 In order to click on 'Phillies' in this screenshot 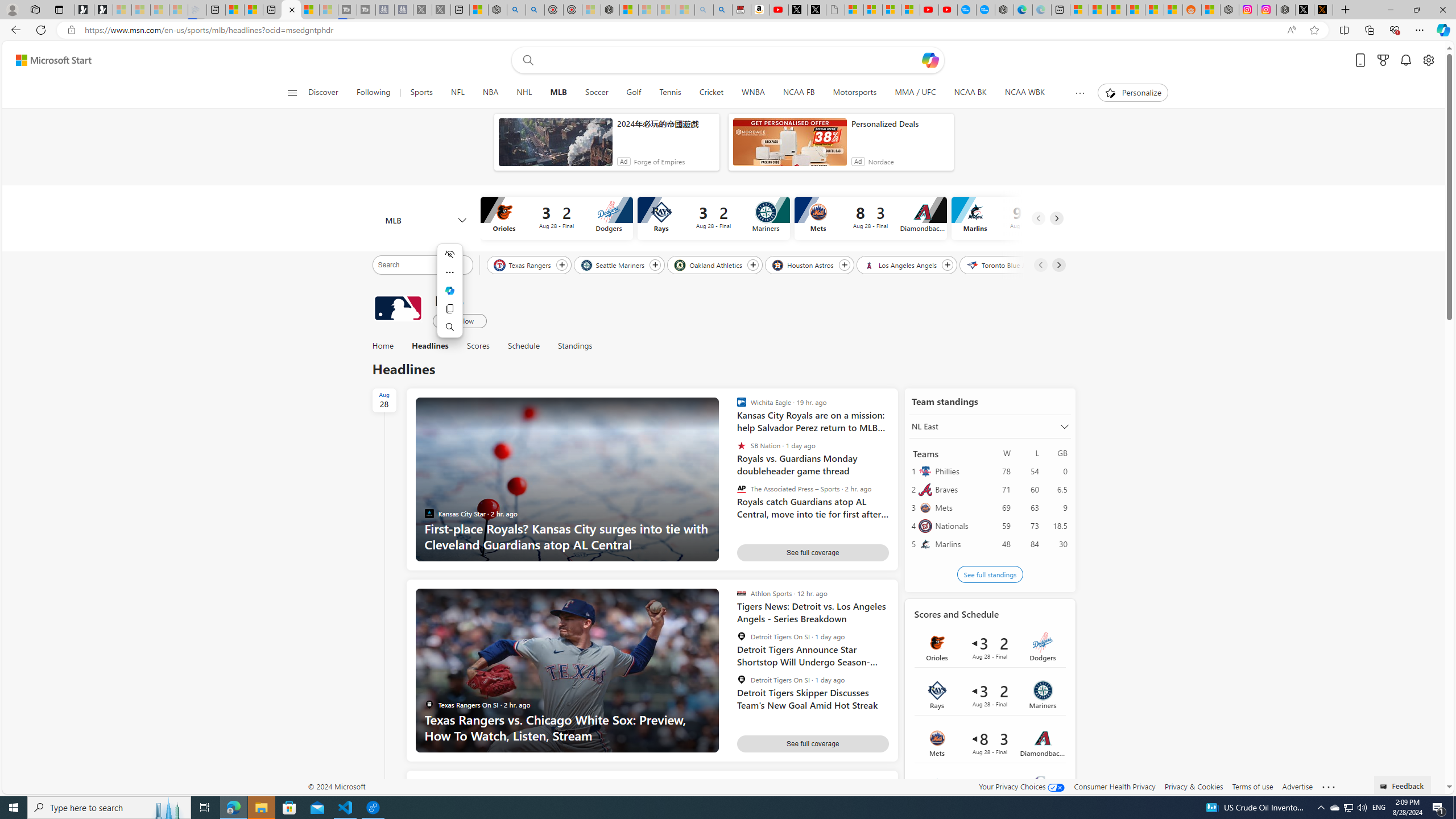, I will do `click(958, 470)`.